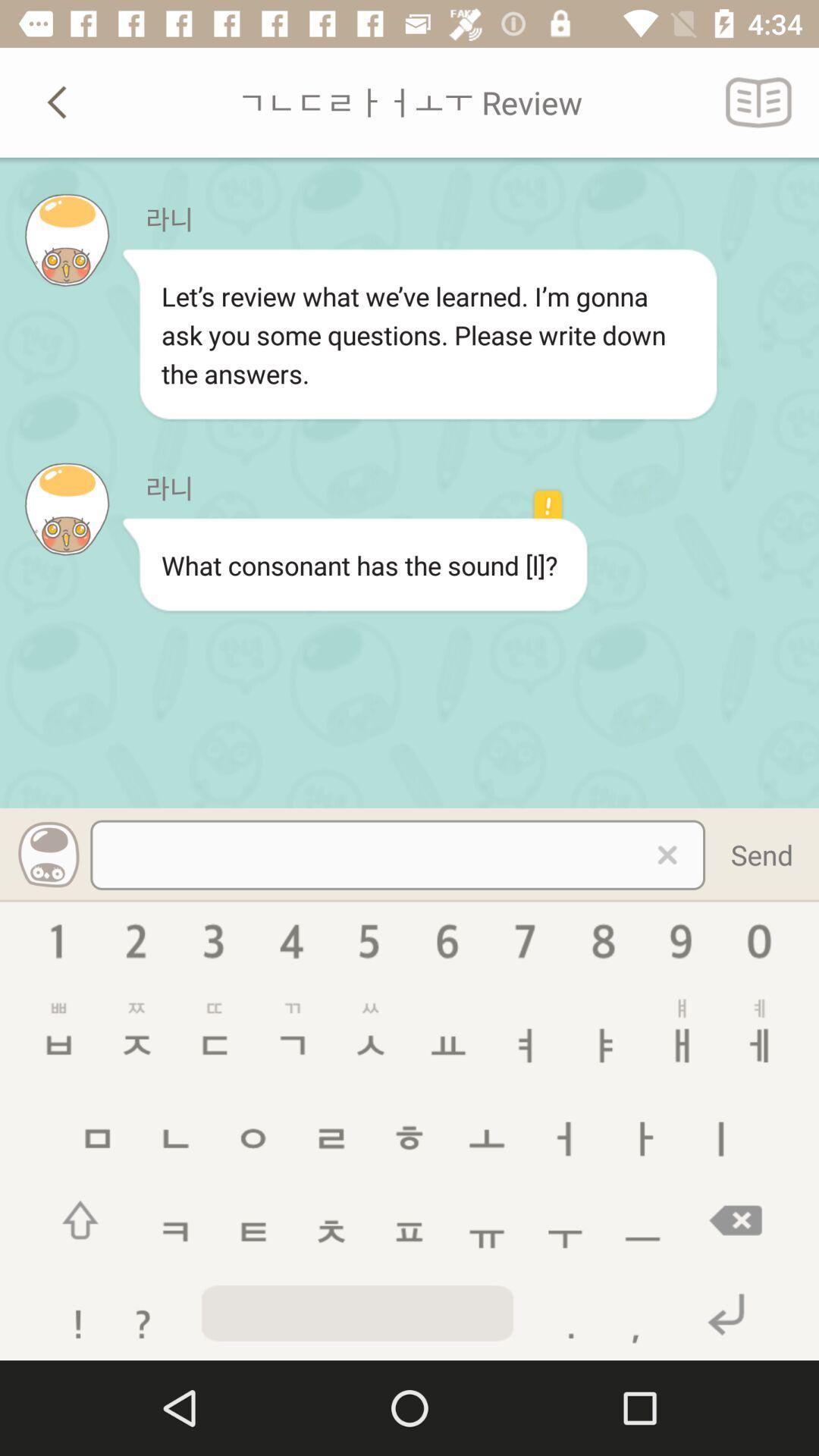 The height and width of the screenshot is (1456, 819). What do you see at coordinates (58, 1033) in the screenshot?
I see `the save icon` at bounding box center [58, 1033].